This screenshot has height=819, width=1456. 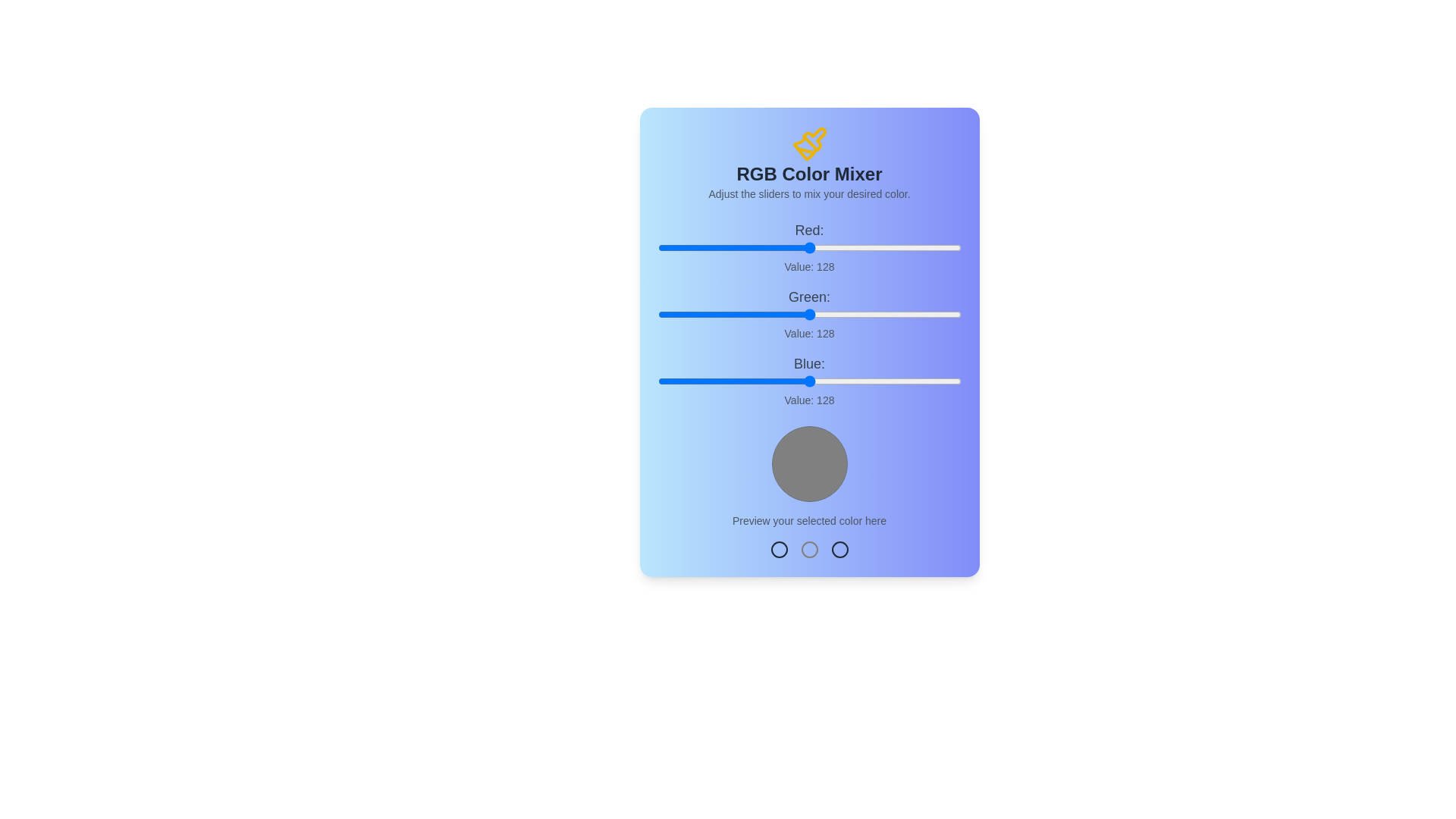 What do you see at coordinates (942, 314) in the screenshot?
I see `the green slider to set the green value to 240` at bounding box center [942, 314].